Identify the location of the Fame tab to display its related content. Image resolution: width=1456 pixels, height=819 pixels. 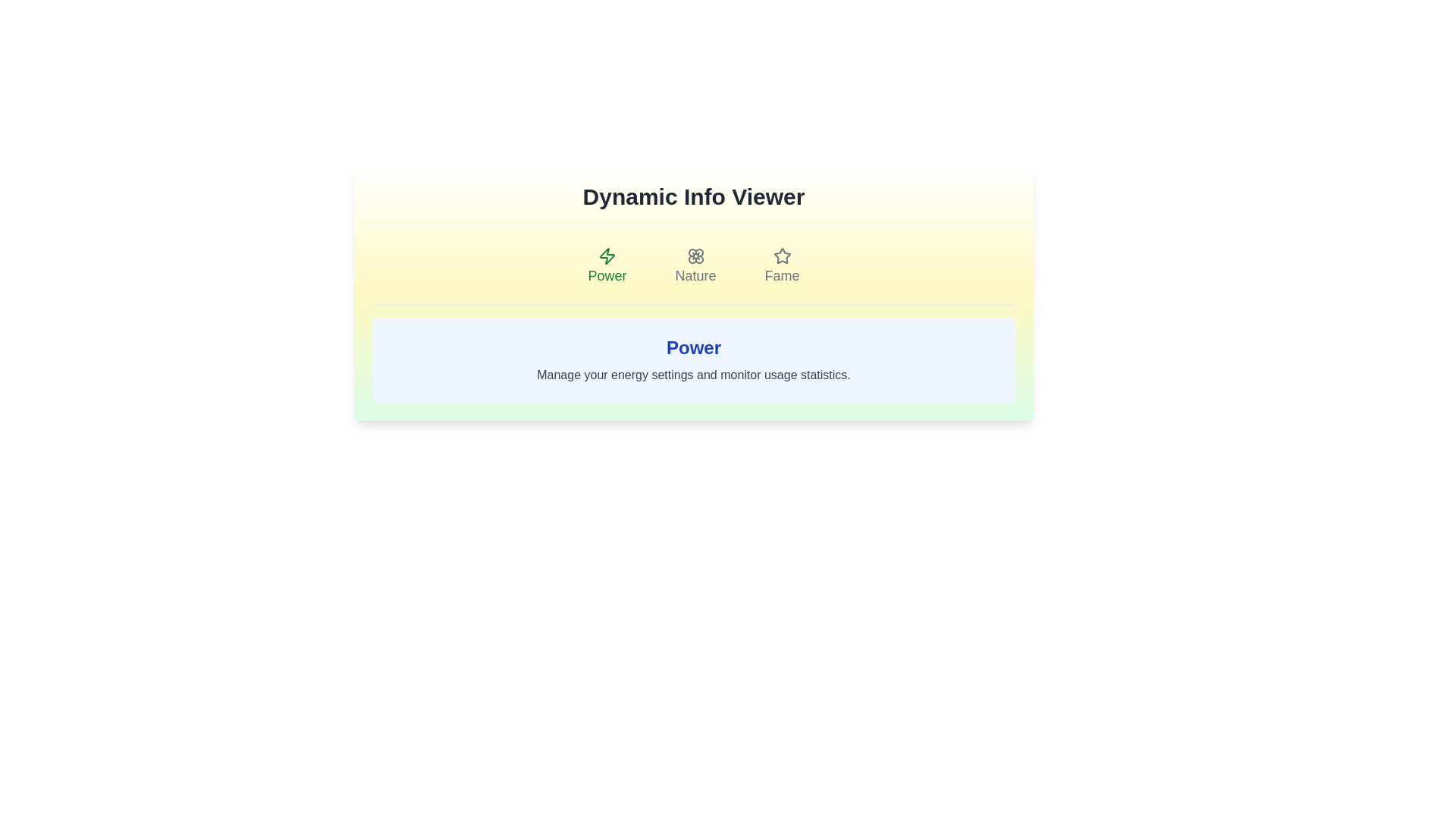
(782, 265).